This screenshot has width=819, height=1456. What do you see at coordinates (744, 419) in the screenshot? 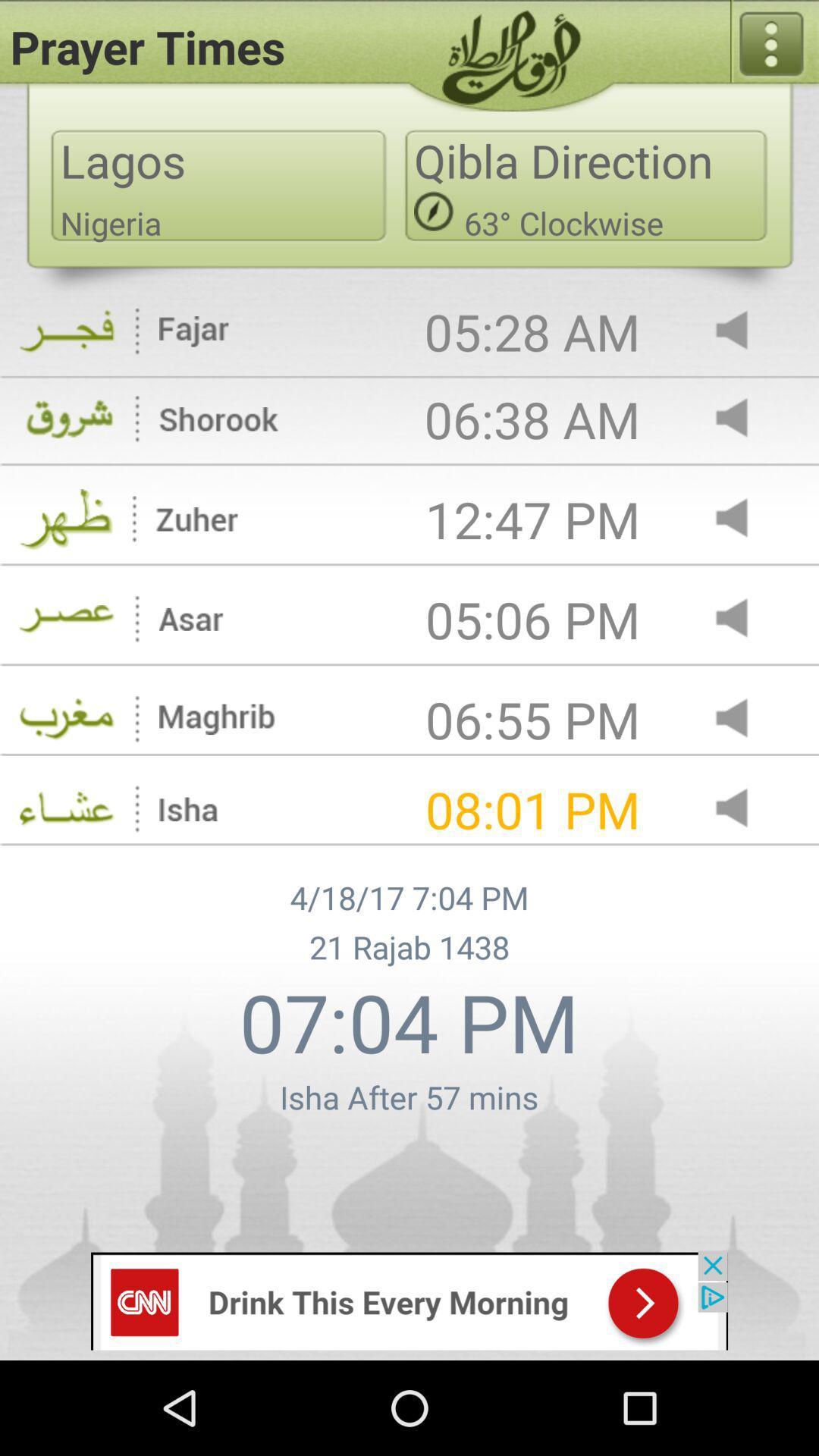
I see `turn sound on for alert` at bounding box center [744, 419].